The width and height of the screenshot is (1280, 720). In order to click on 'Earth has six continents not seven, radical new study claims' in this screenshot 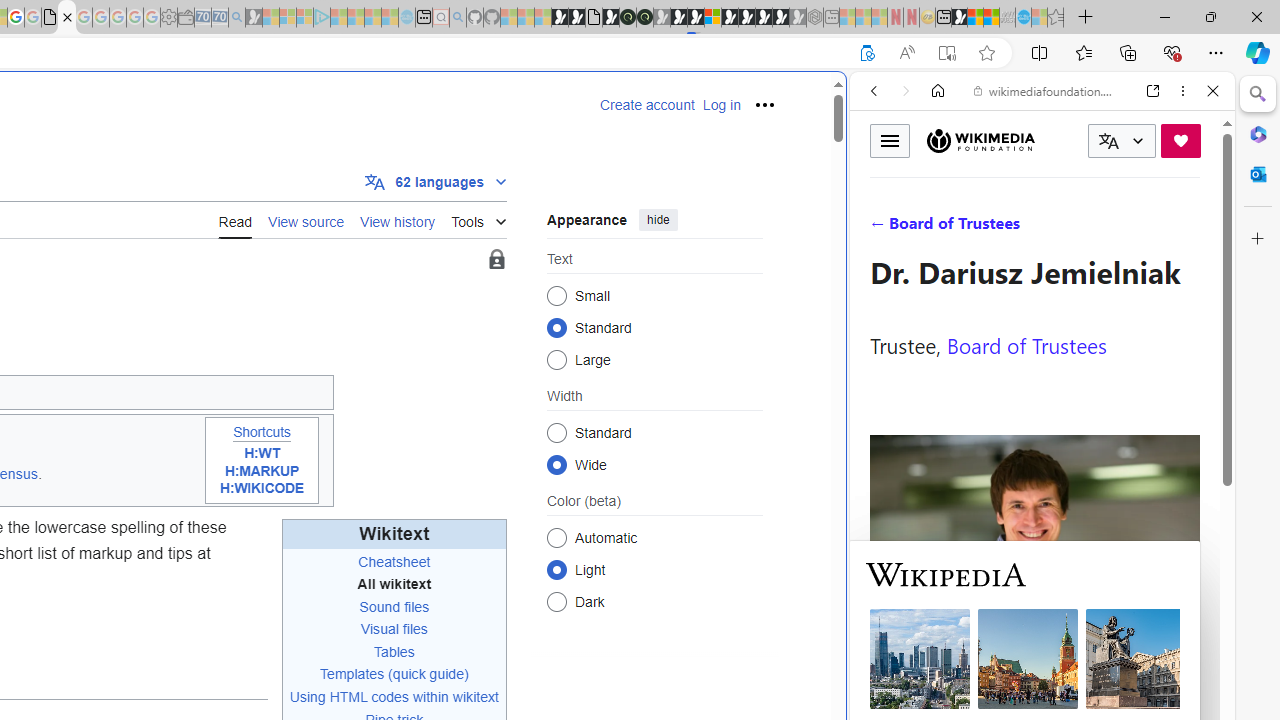, I will do `click(992, 17)`.